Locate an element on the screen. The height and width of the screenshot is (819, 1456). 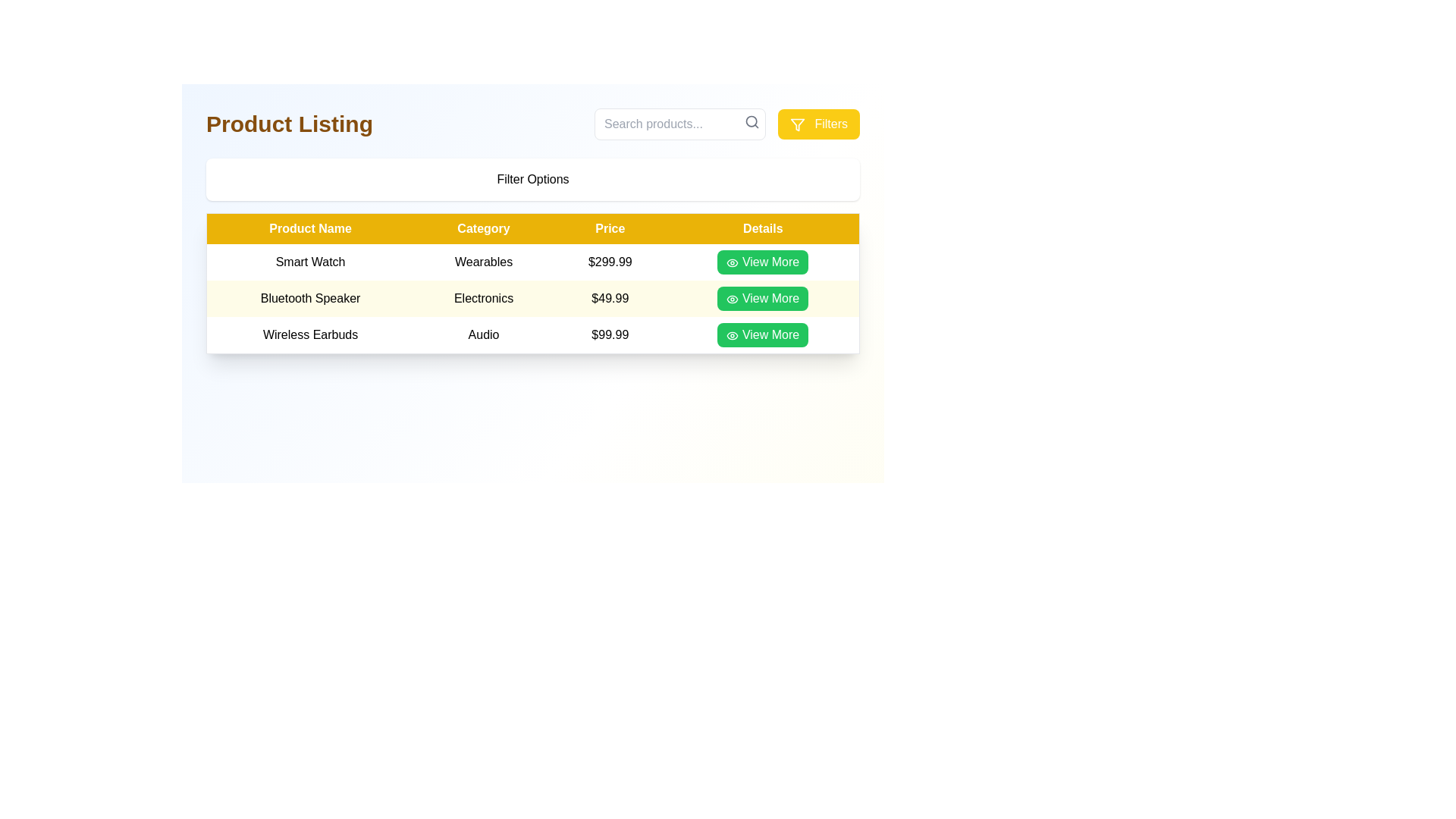
the green button labeled 'View More' with an eye icon, located in the fourth column of the first row in the 'Details' section of the table is located at coordinates (763, 262).